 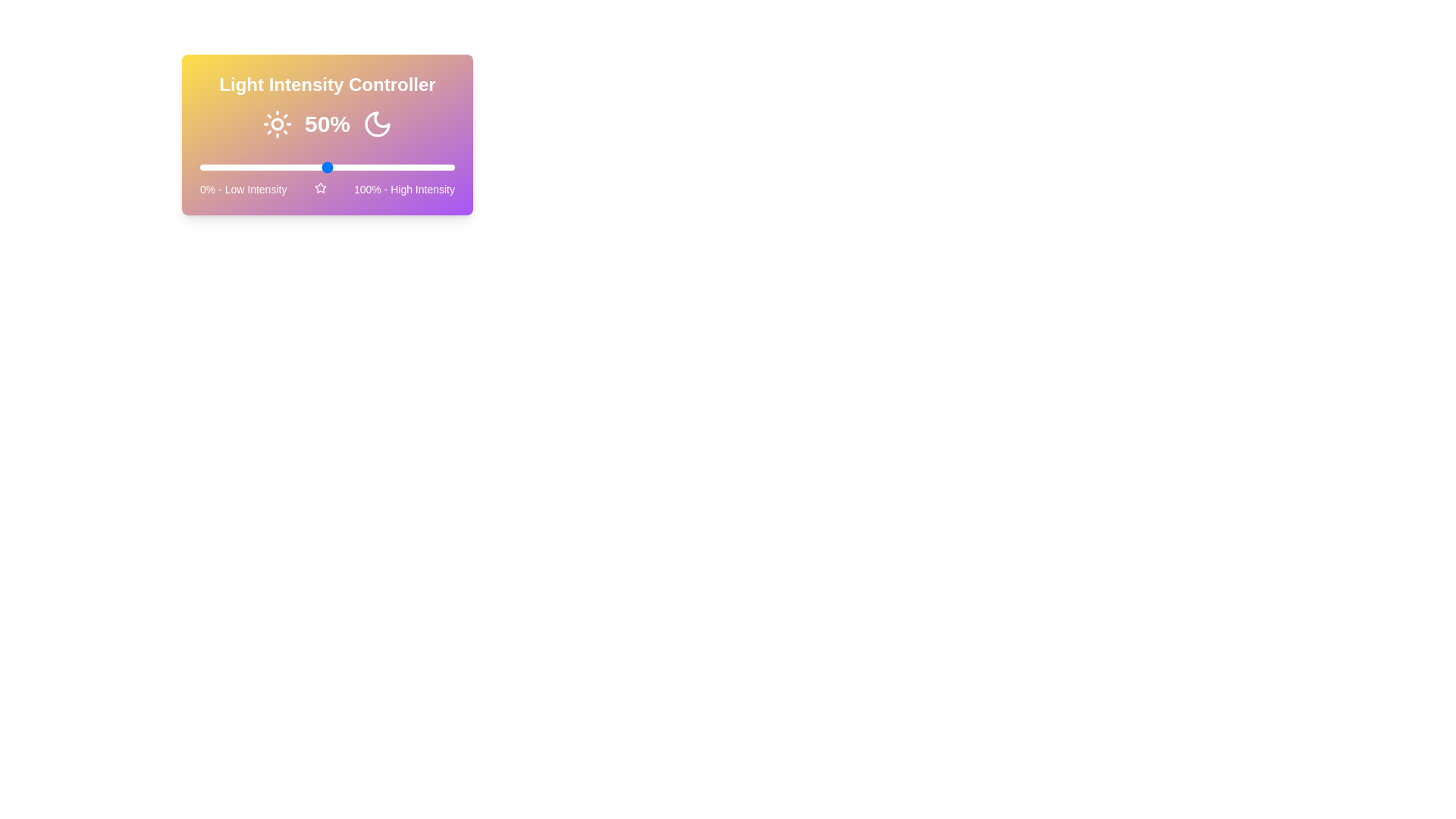 What do you see at coordinates (230, 167) in the screenshot?
I see `the light intensity to 12% using the slider` at bounding box center [230, 167].